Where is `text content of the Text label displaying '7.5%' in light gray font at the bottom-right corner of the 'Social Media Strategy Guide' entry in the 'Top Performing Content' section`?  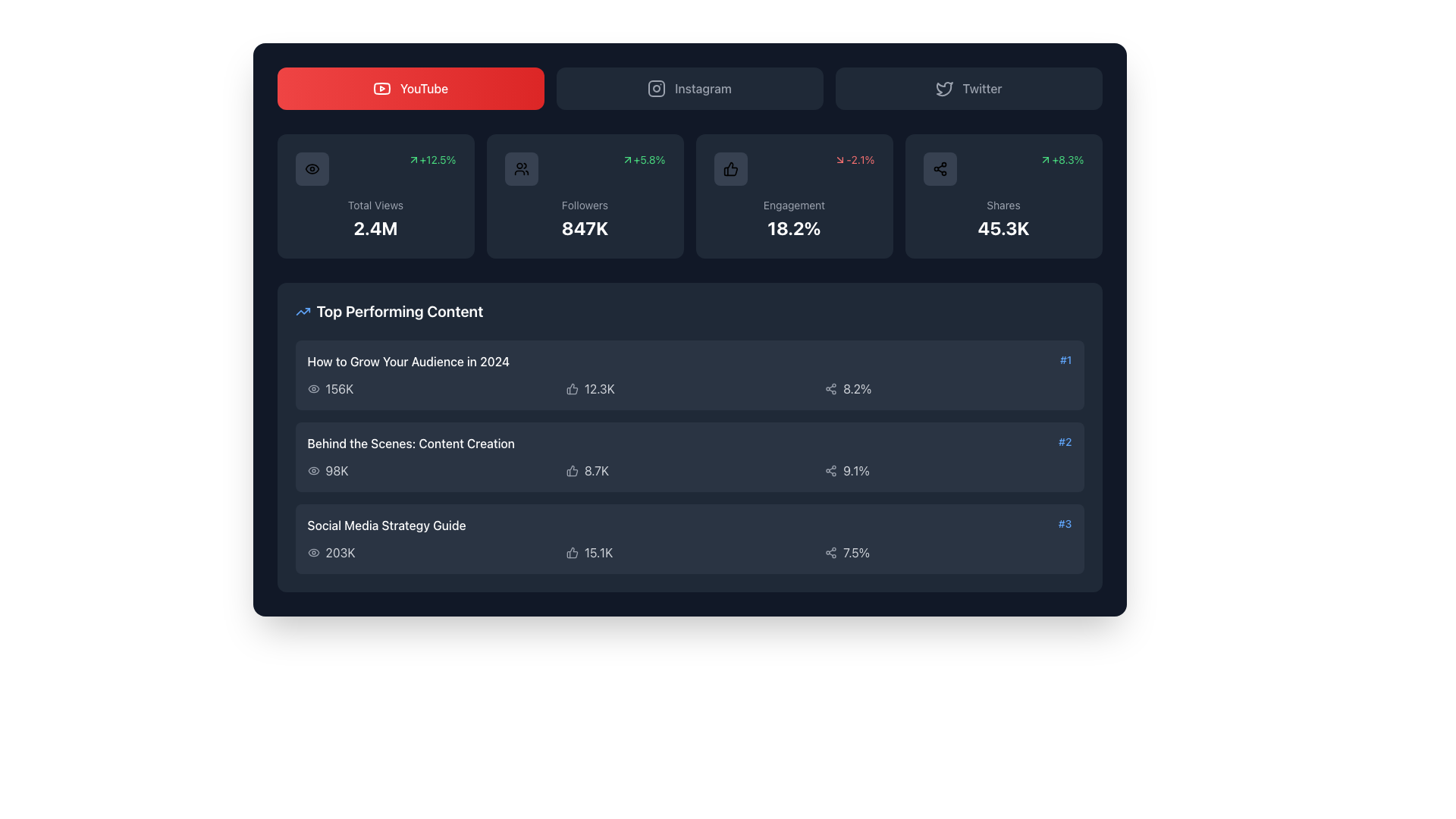 text content of the Text label displaying '7.5%' in light gray font at the bottom-right corner of the 'Social Media Strategy Guide' entry in the 'Top Performing Content' section is located at coordinates (856, 553).